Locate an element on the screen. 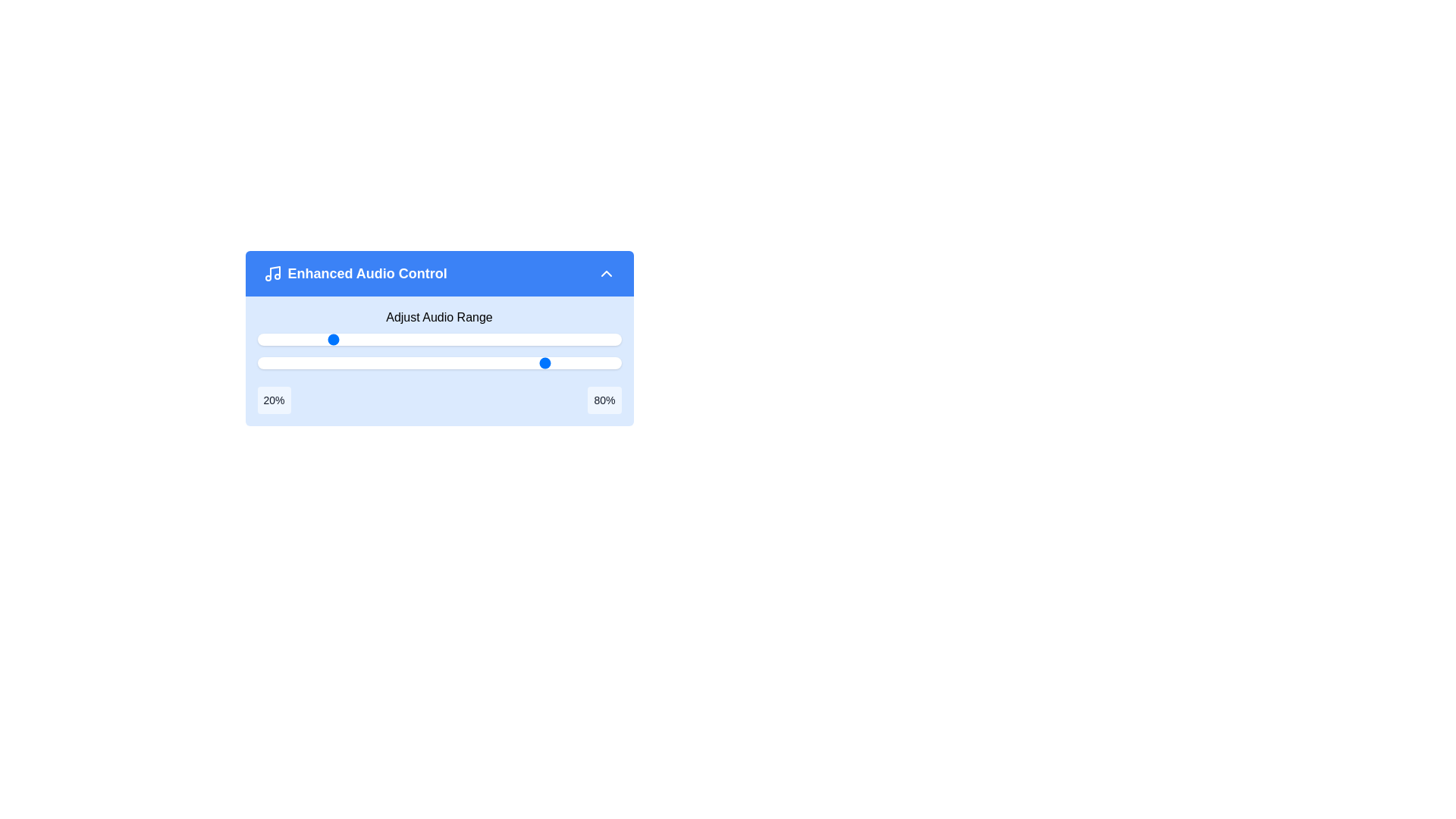  the slider is located at coordinates (460, 362).